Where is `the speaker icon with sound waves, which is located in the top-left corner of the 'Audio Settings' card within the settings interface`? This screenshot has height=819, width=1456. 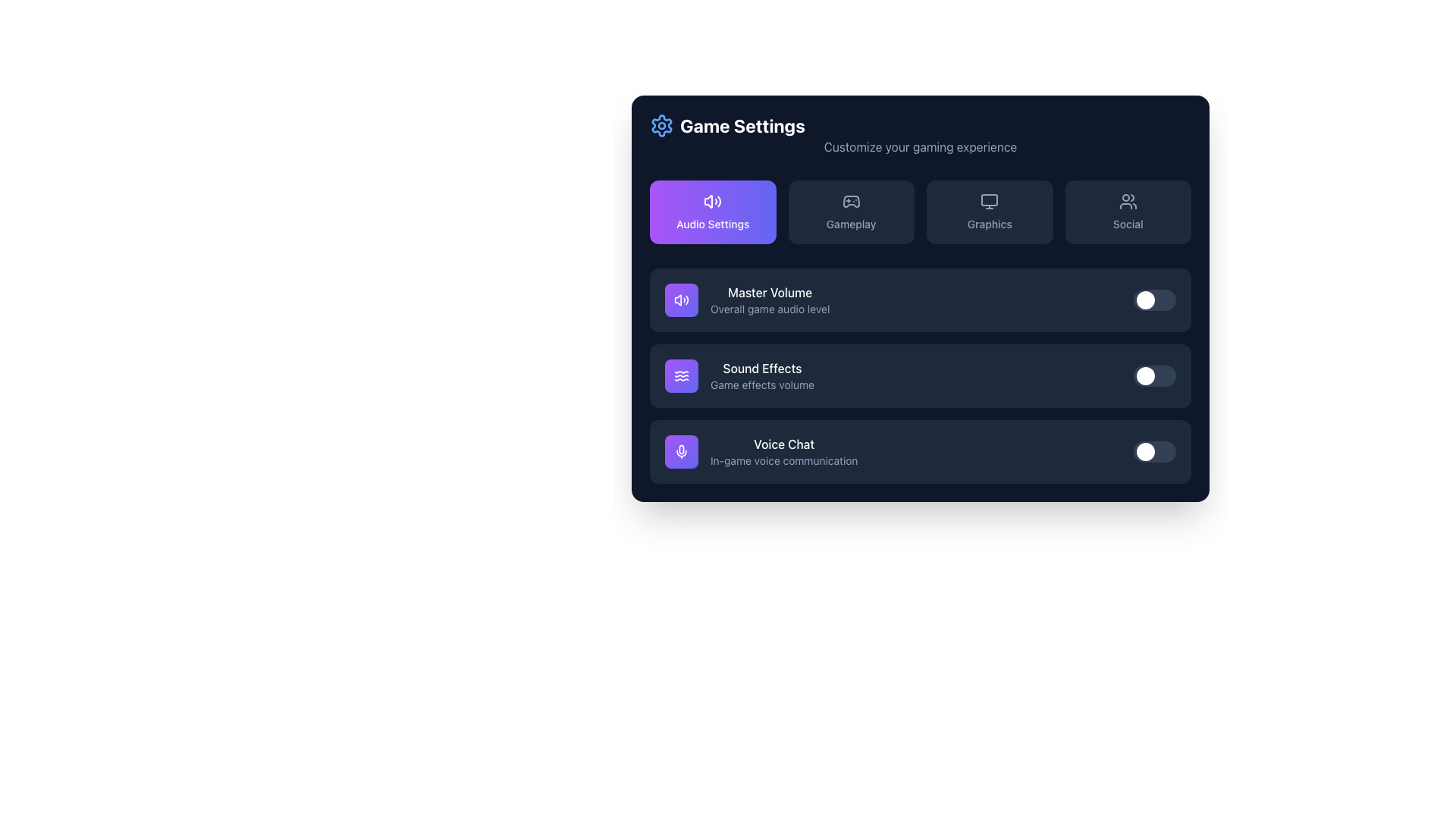
the speaker icon with sound waves, which is located in the top-left corner of the 'Audio Settings' card within the settings interface is located at coordinates (680, 300).